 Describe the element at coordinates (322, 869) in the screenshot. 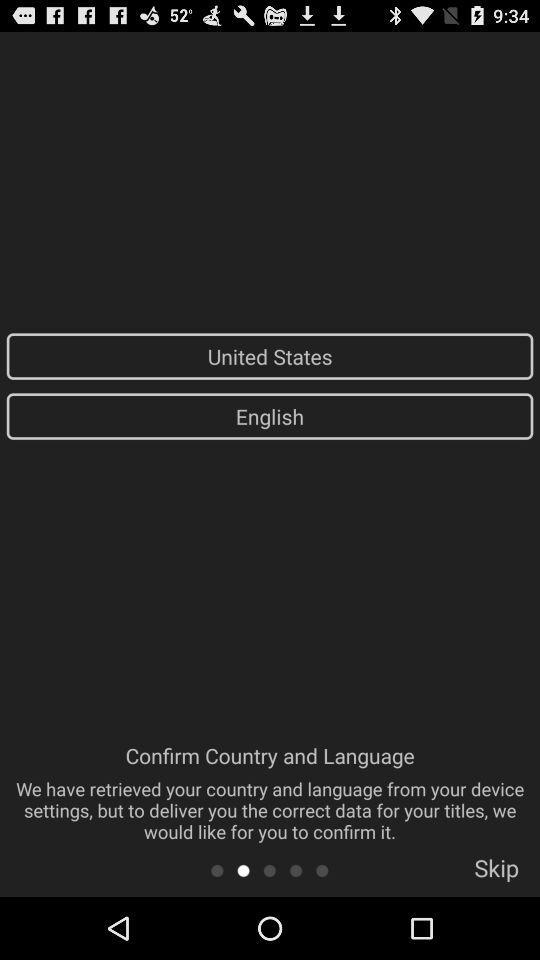

I see `page 5` at that location.